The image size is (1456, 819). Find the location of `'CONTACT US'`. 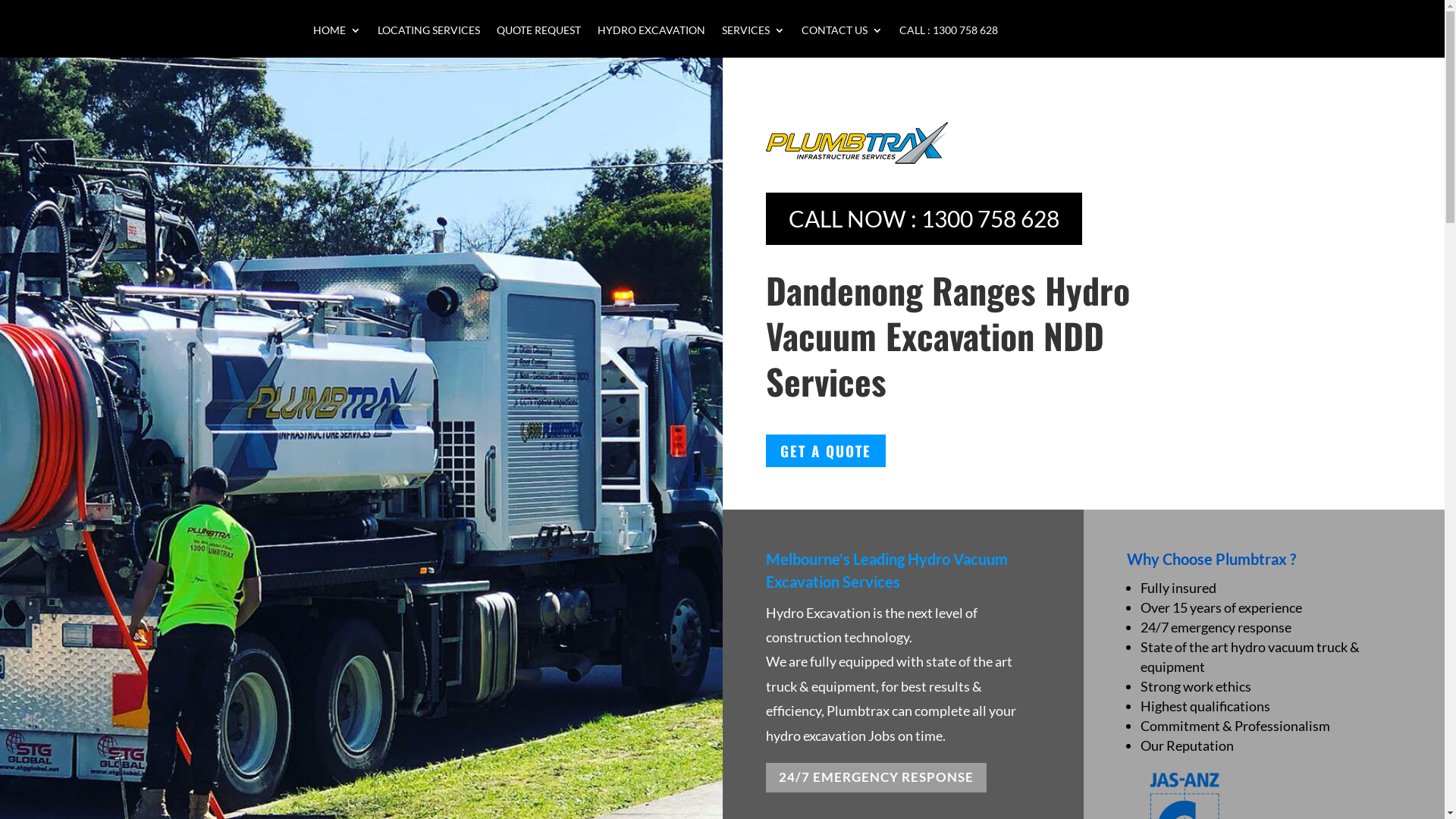

'CONTACT US' is located at coordinates (800, 40).